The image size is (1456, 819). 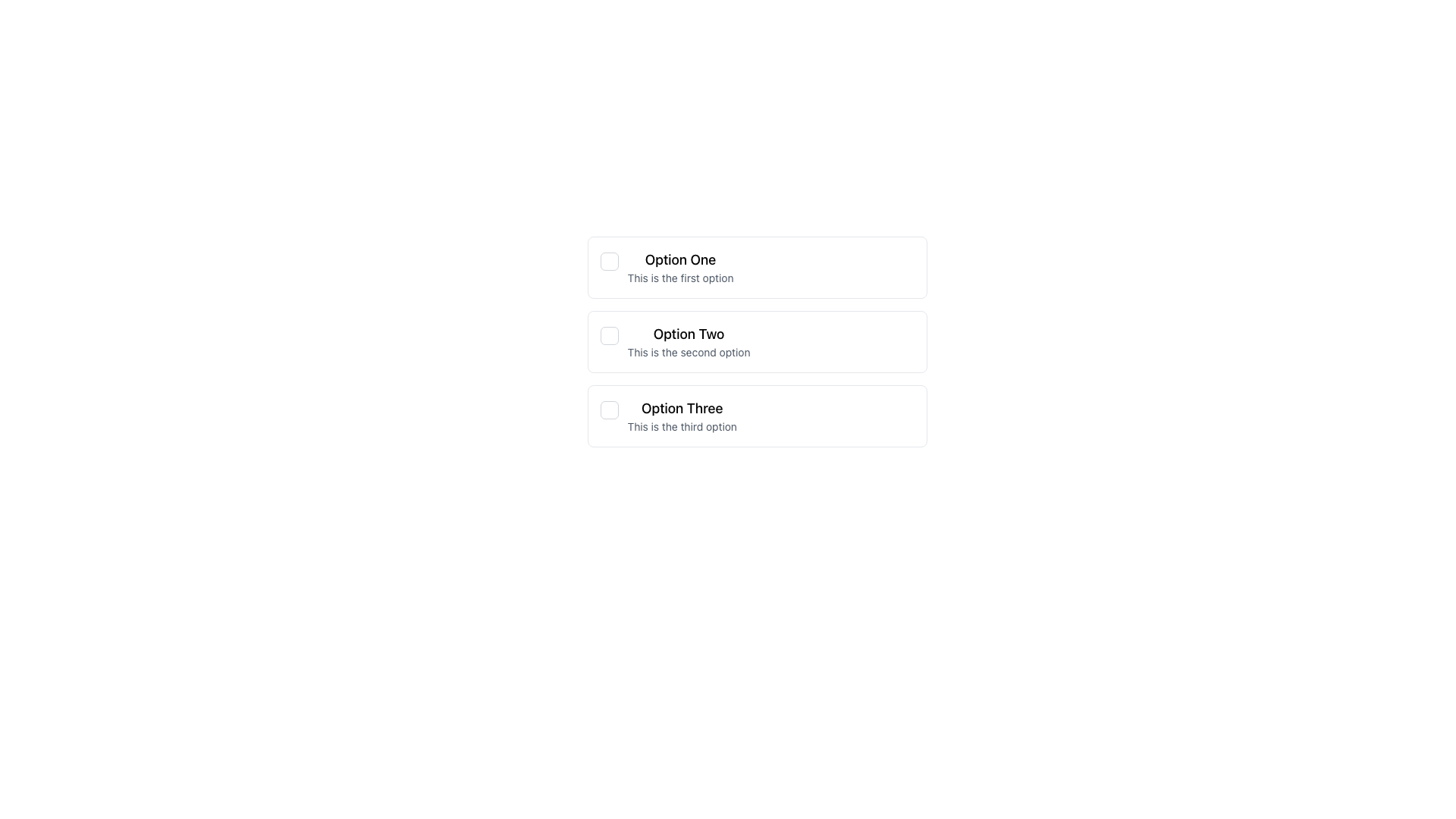 I want to click on the static text content that describes the third selectable option in the vertically arranged list, located below 'Option One' and 'Option Two', so click(x=681, y=416).